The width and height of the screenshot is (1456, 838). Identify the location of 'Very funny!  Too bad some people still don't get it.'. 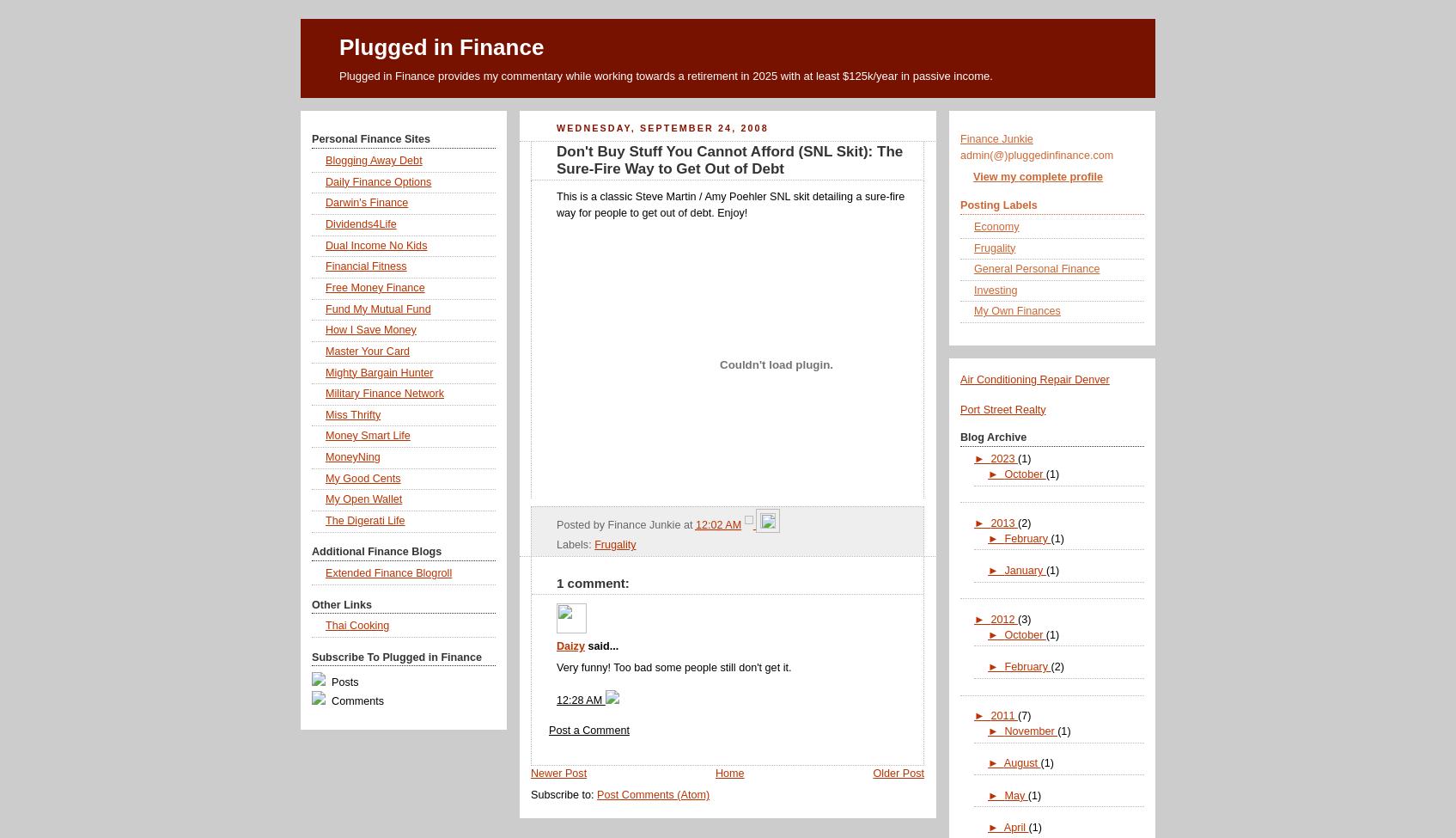
(673, 666).